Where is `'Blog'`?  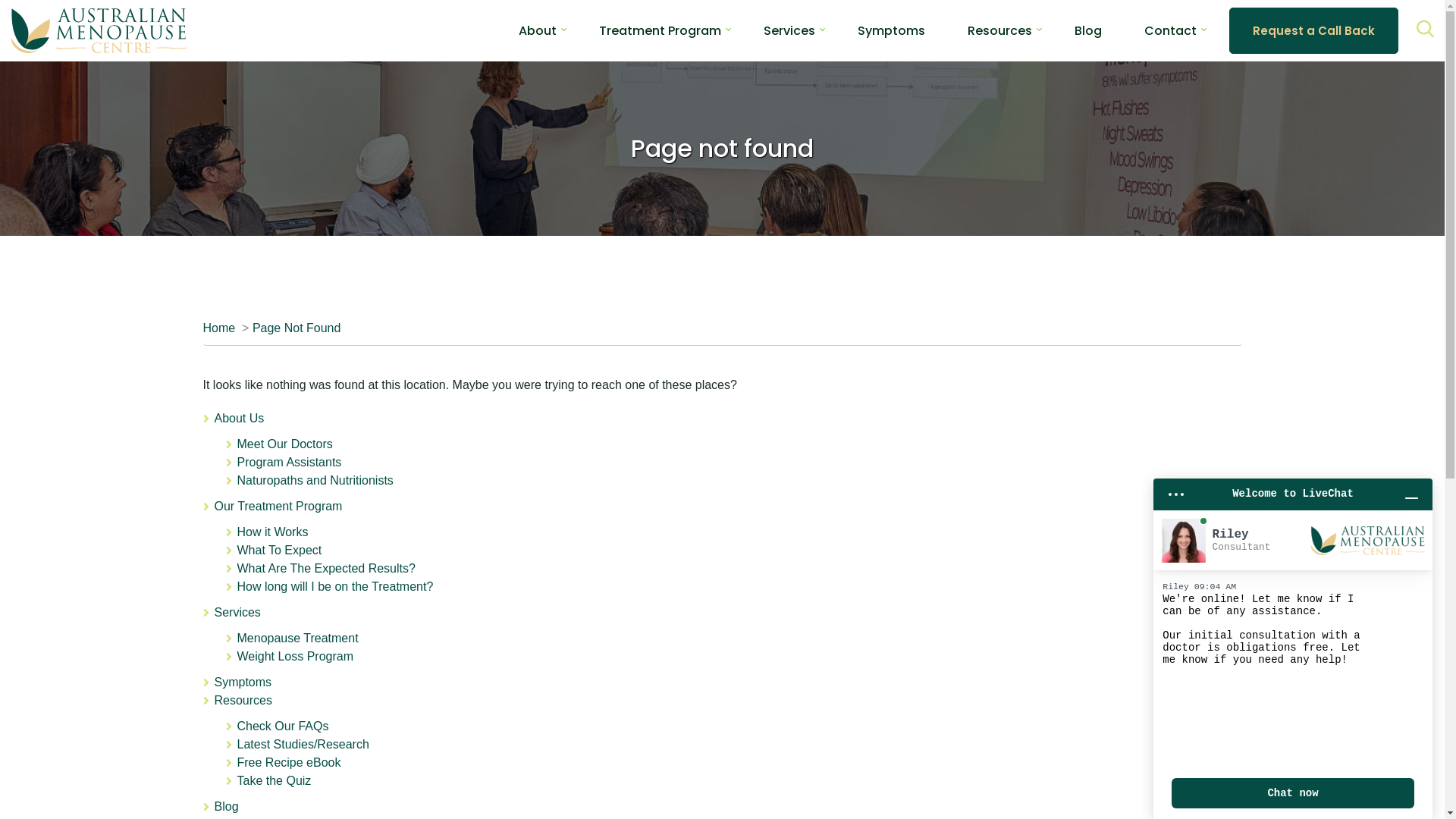 'Blog' is located at coordinates (1068, 30).